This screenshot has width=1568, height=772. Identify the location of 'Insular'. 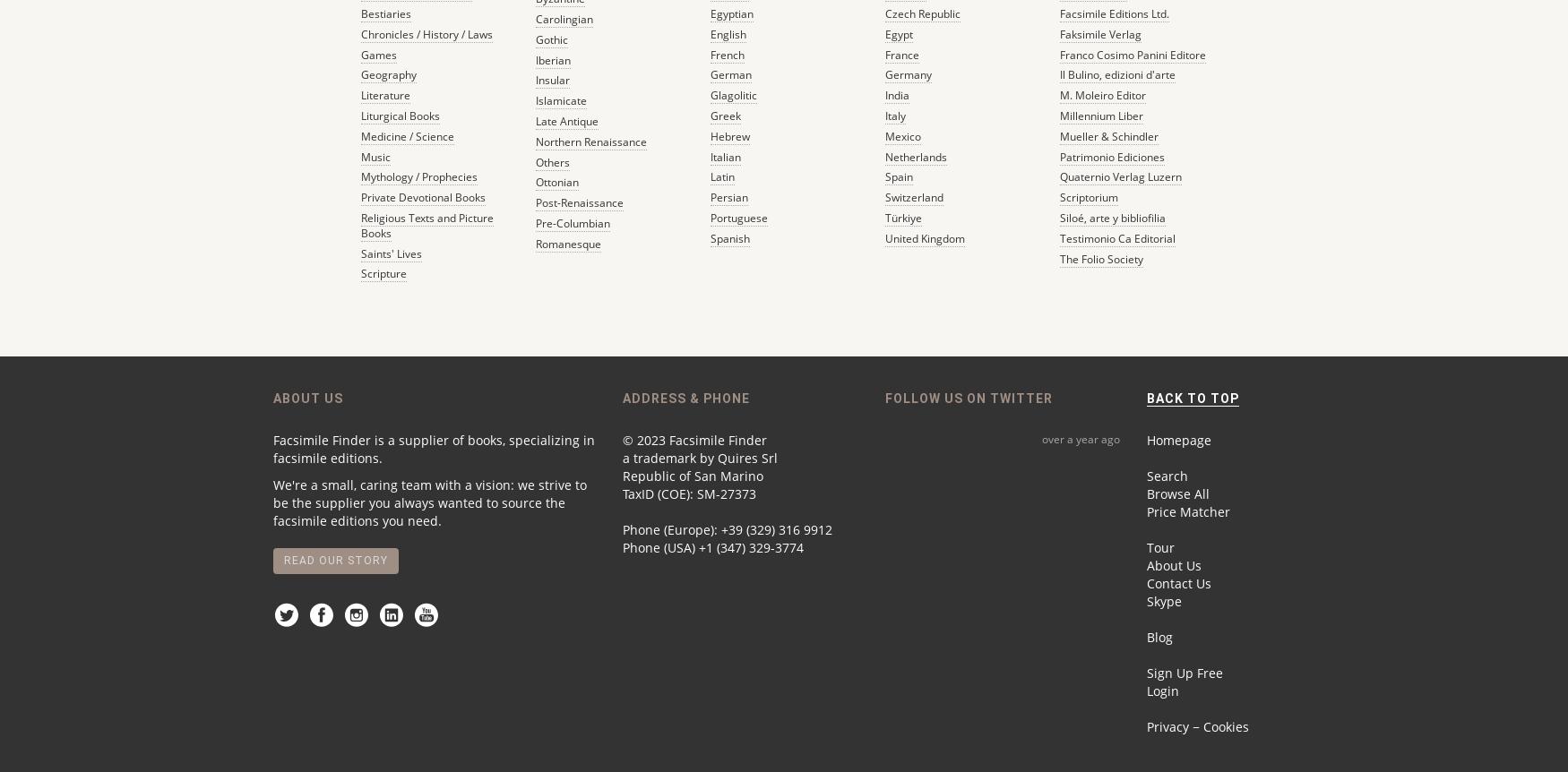
(534, 79).